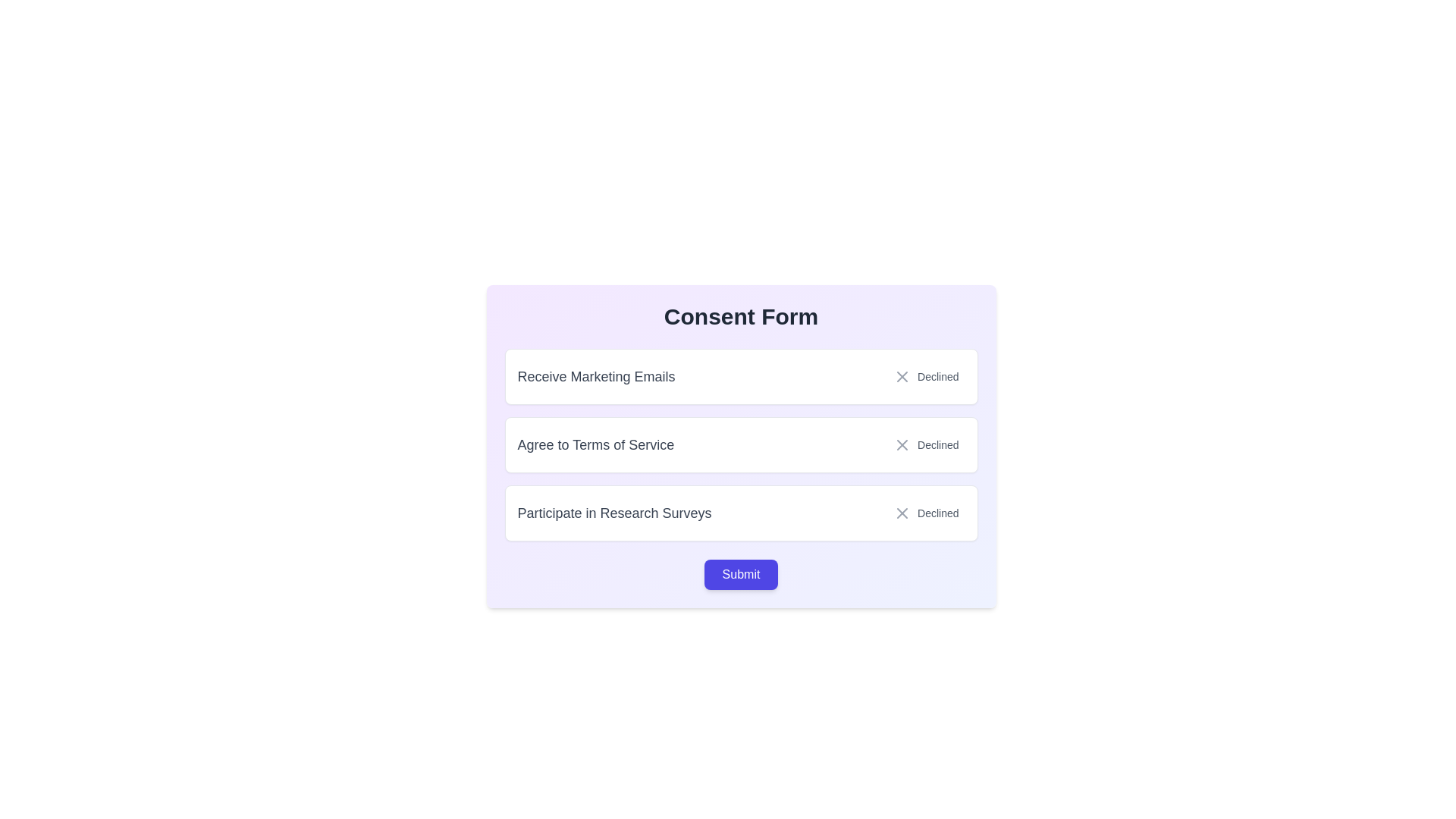  What do you see at coordinates (937, 513) in the screenshot?
I see `text displayed in the third 'Declined' label in the vertical stack of options within the consent form` at bounding box center [937, 513].